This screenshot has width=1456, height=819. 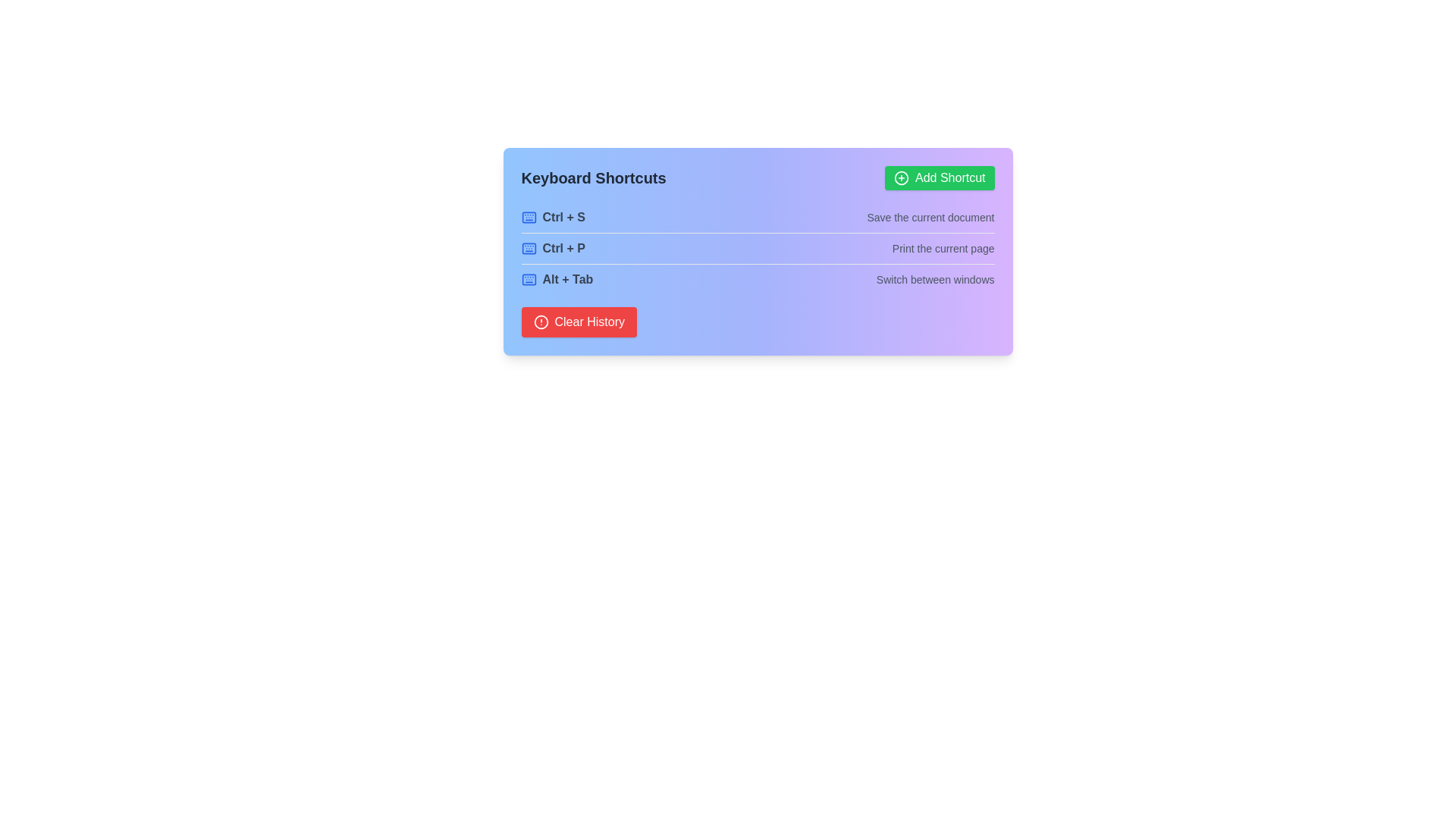 I want to click on the List item that describes the 'Ctrl + P' keyboard shortcut, so click(x=758, y=247).